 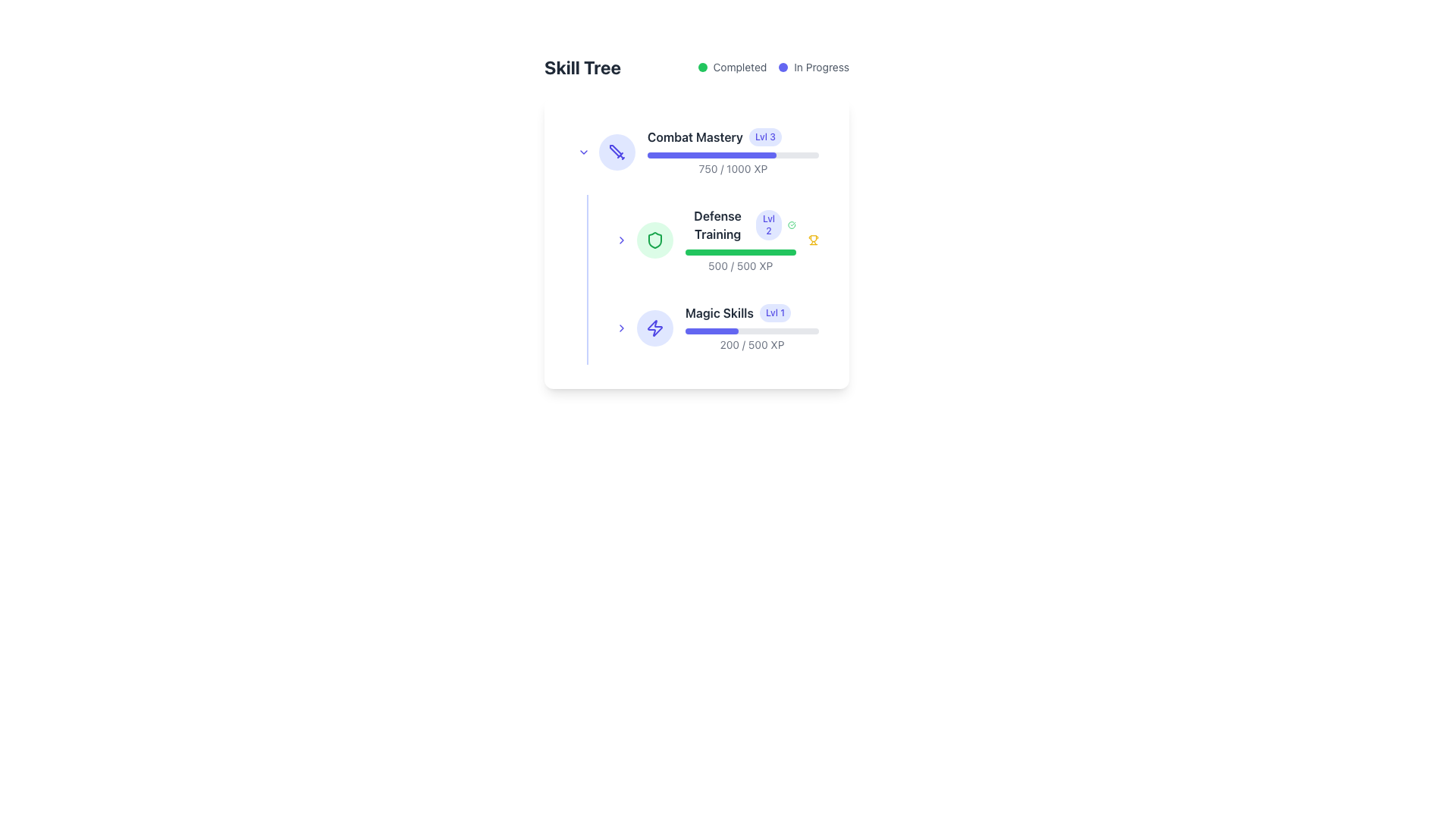 What do you see at coordinates (733, 152) in the screenshot?
I see `the Progress Bar with Labels that shows the progress of the skill 'Combat Mastery', which is centrally aligned in the first skill card of the skill tree layout` at bounding box center [733, 152].